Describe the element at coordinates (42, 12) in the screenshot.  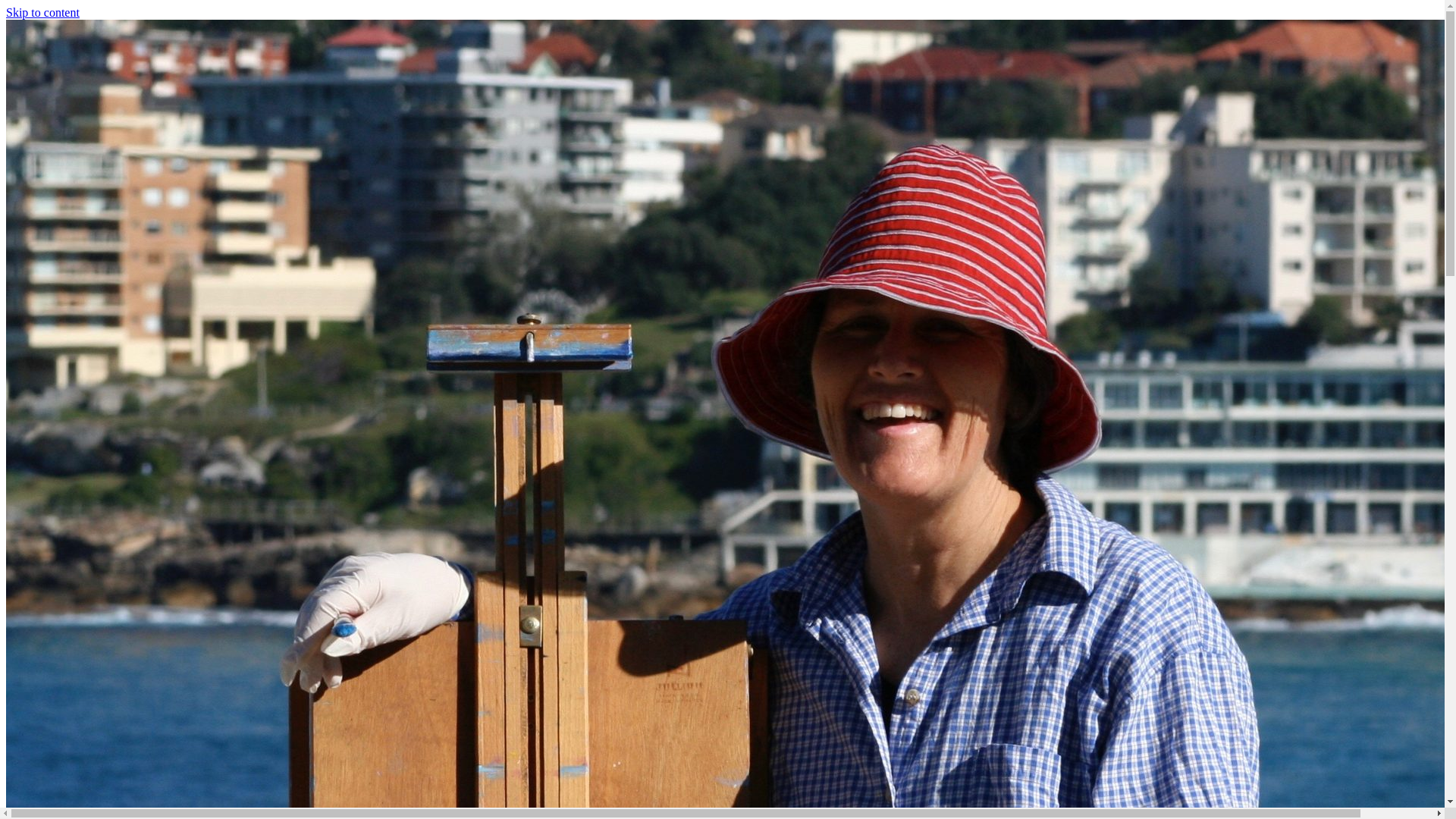
I see `'Skip to content'` at that location.